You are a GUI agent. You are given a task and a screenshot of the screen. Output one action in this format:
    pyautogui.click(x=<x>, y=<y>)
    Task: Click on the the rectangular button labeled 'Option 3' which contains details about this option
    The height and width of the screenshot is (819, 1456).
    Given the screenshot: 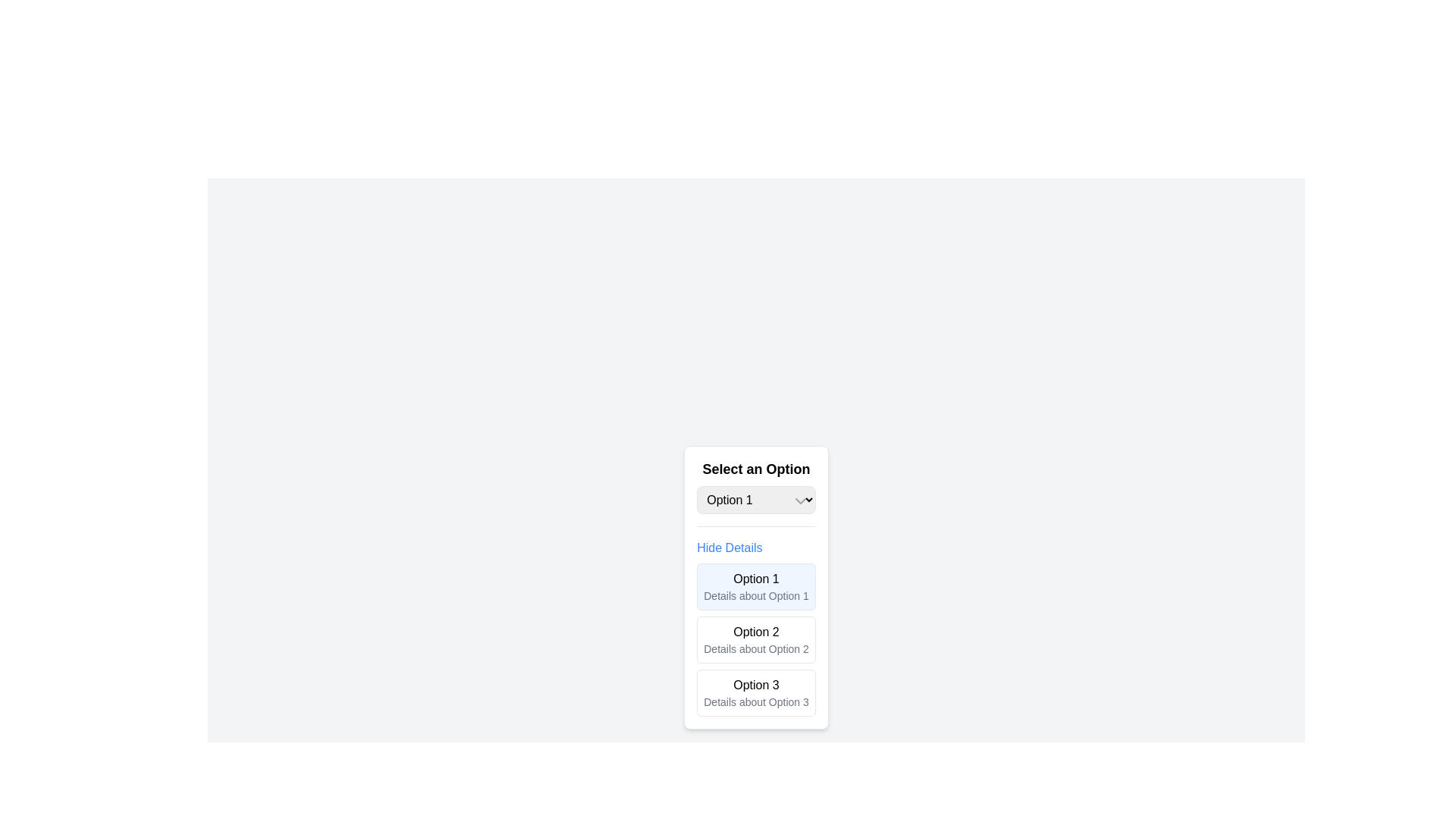 What is the action you would take?
    pyautogui.click(x=756, y=693)
    